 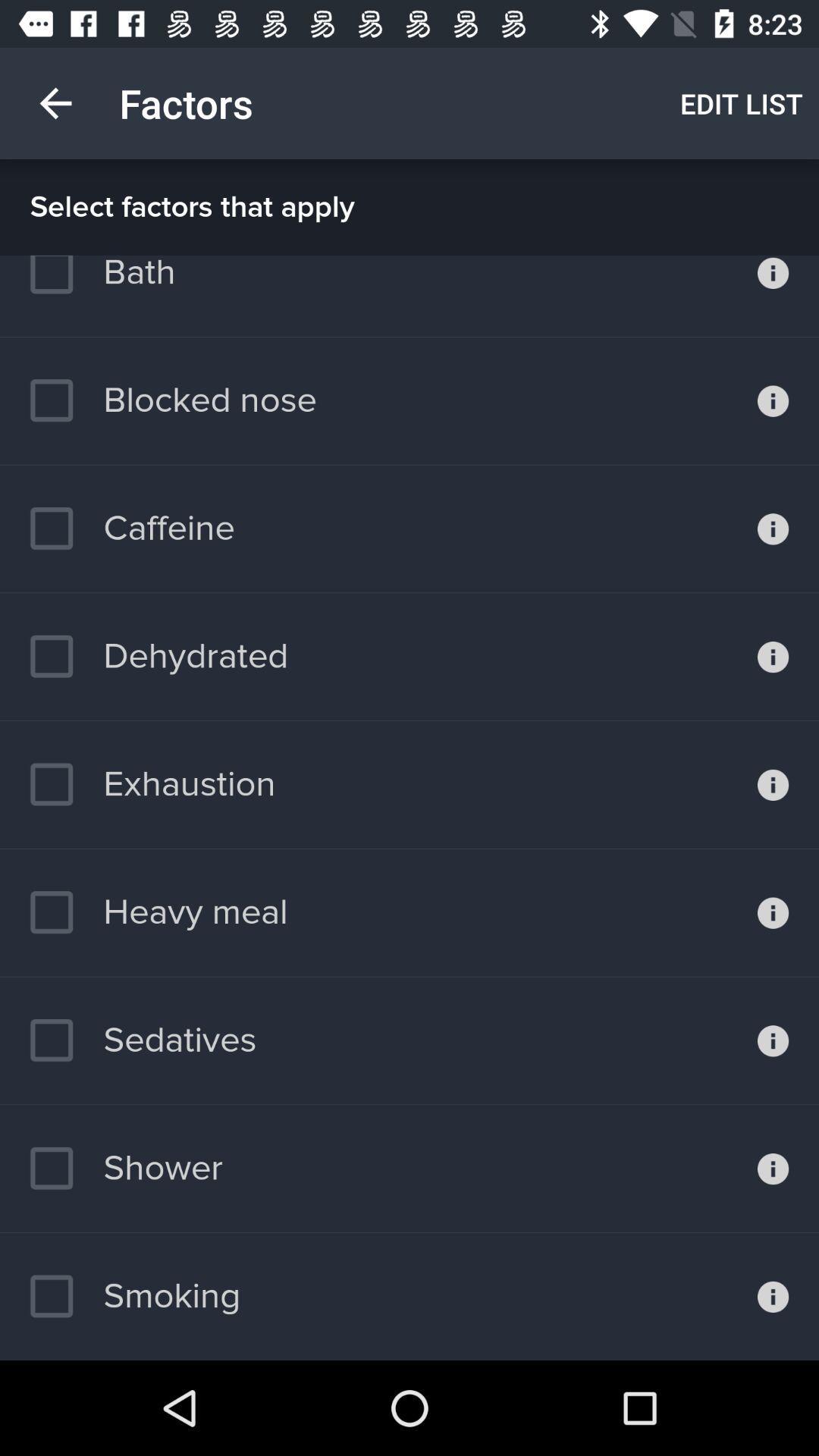 What do you see at coordinates (143, 1040) in the screenshot?
I see `the icon below heavy meal` at bounding box center [143, 1040].